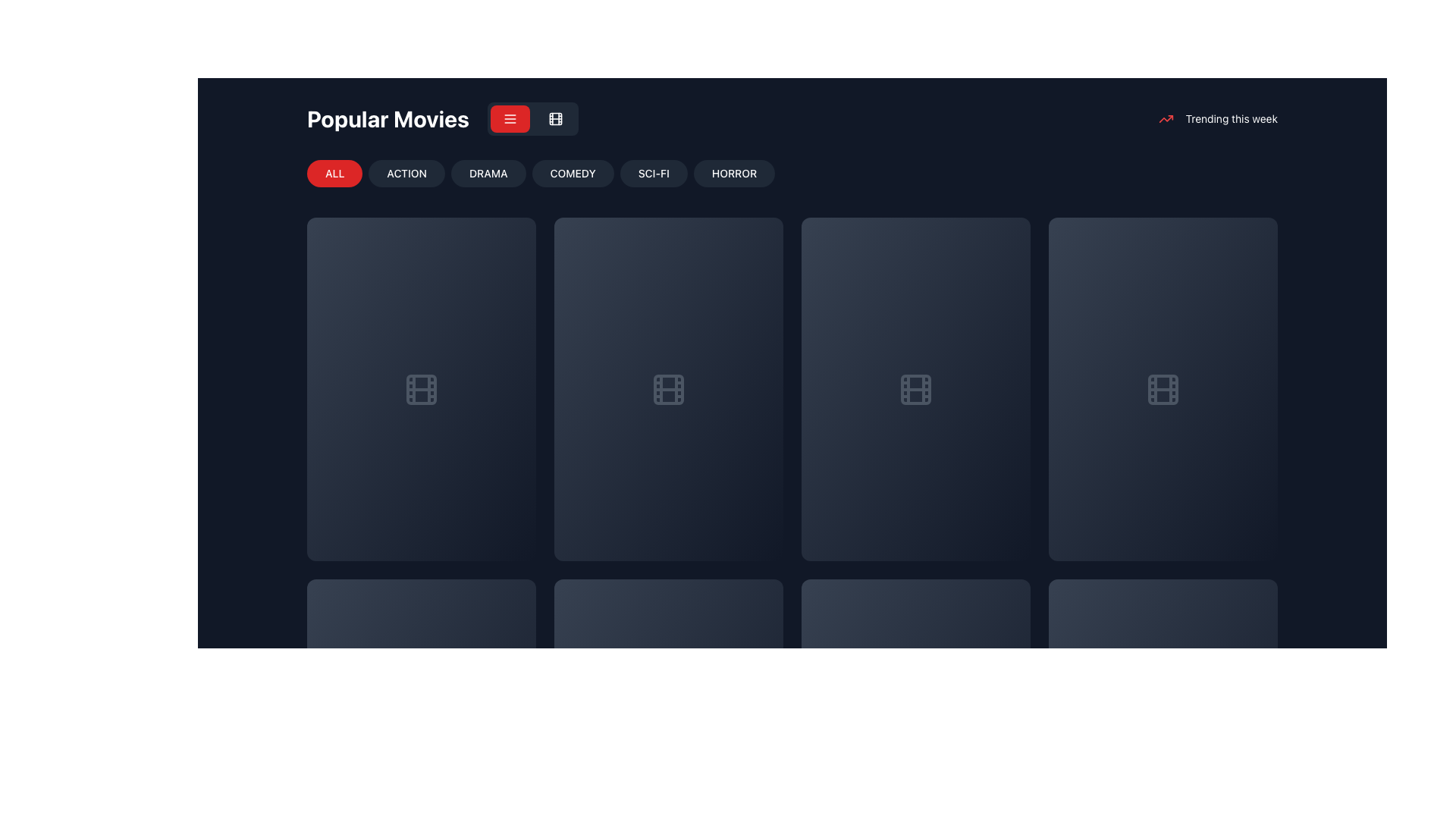  I want to click on the 'ACTION' button, which has a rounded rectangular shape, dark gray background, and white text, located below the title 'Popular Movies' to filter items by action category, so click(406, 172).